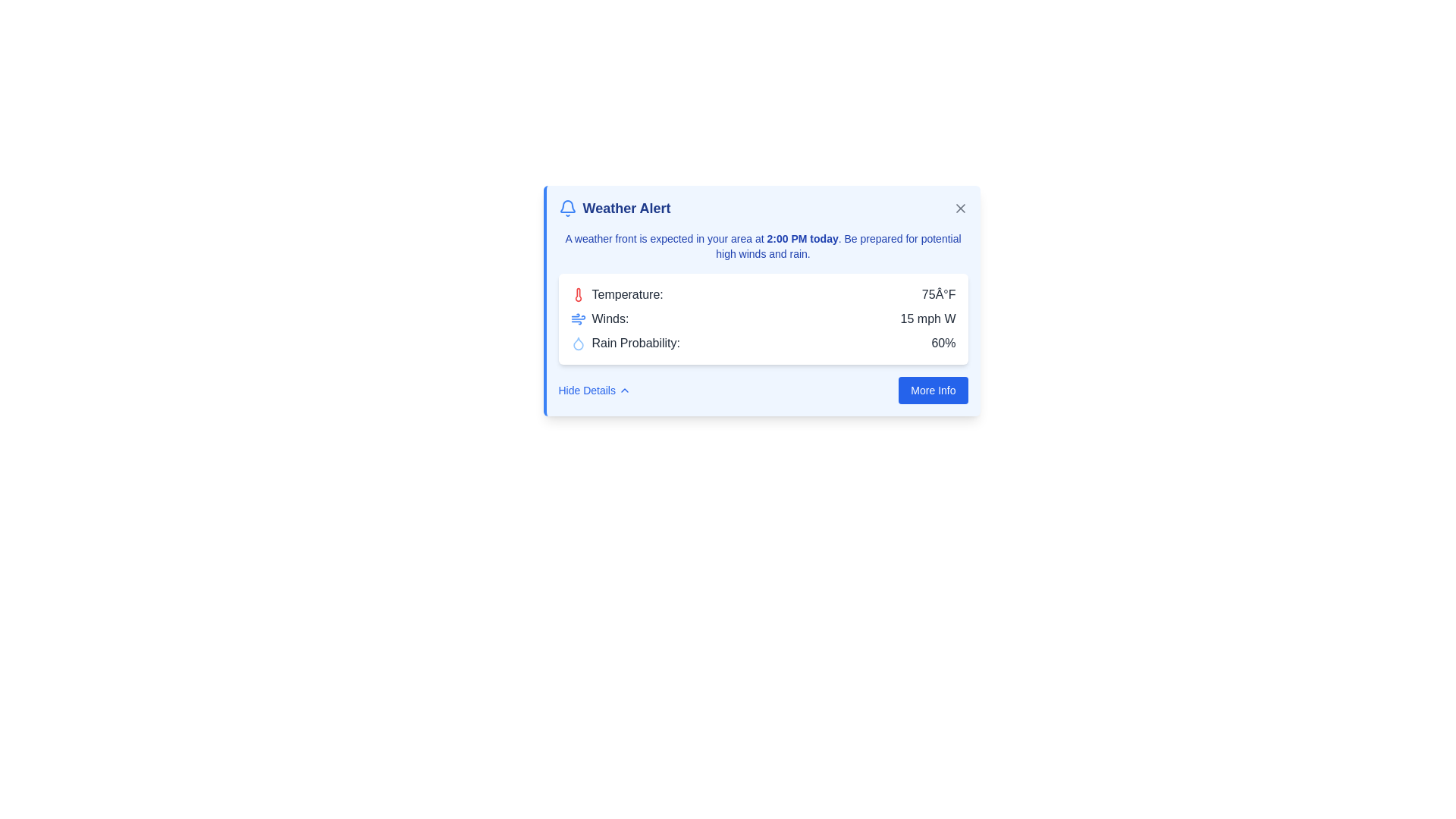 The height and width of the screenshot is (819, 1456). I want to click on the blue notification bell icon with a minimalist outline design located to the left of the 'Weather Alert' text, so click(566, 208).